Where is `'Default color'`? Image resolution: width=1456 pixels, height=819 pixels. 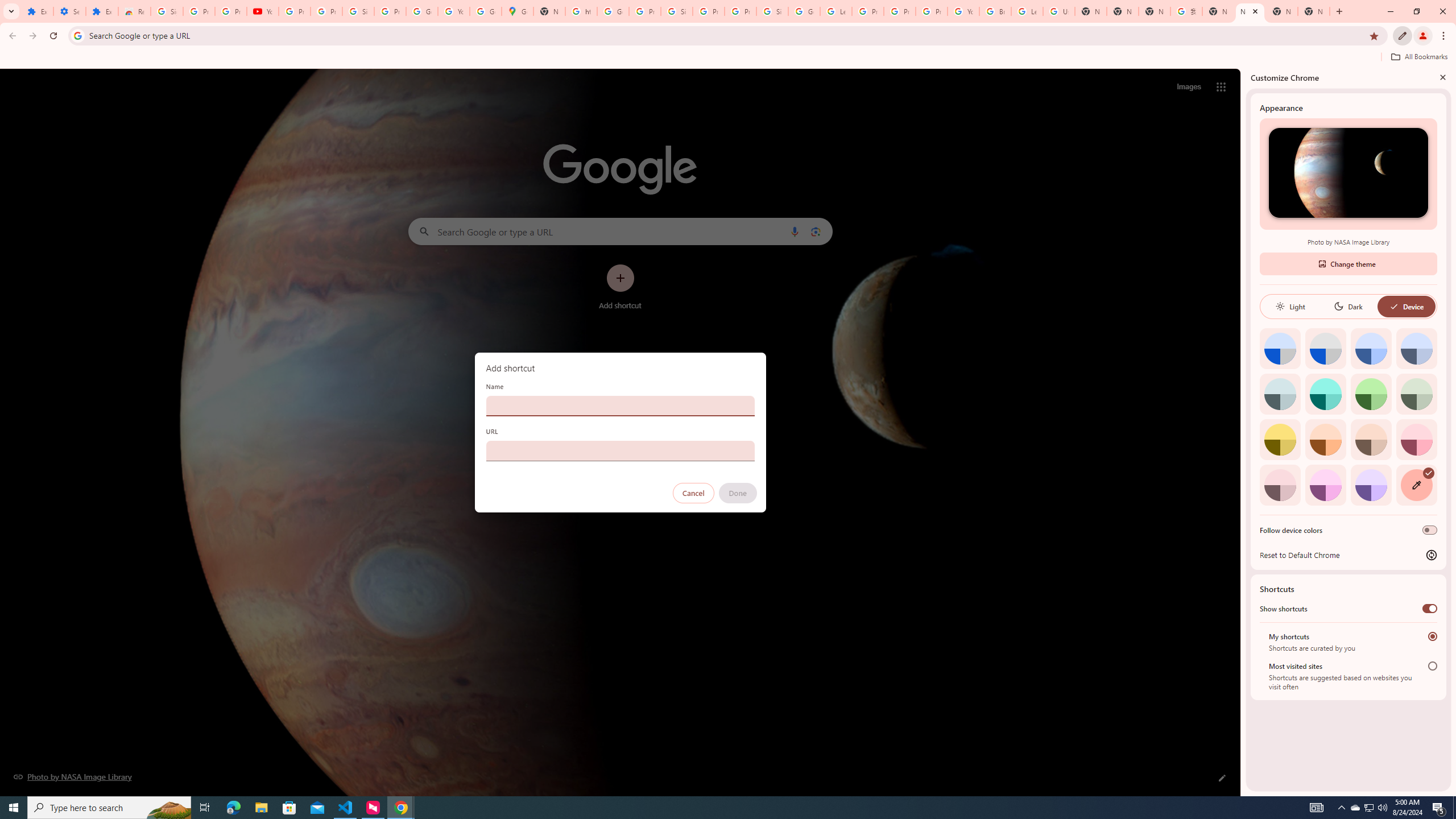 'Default color' is located at coordinates (1280, 348).